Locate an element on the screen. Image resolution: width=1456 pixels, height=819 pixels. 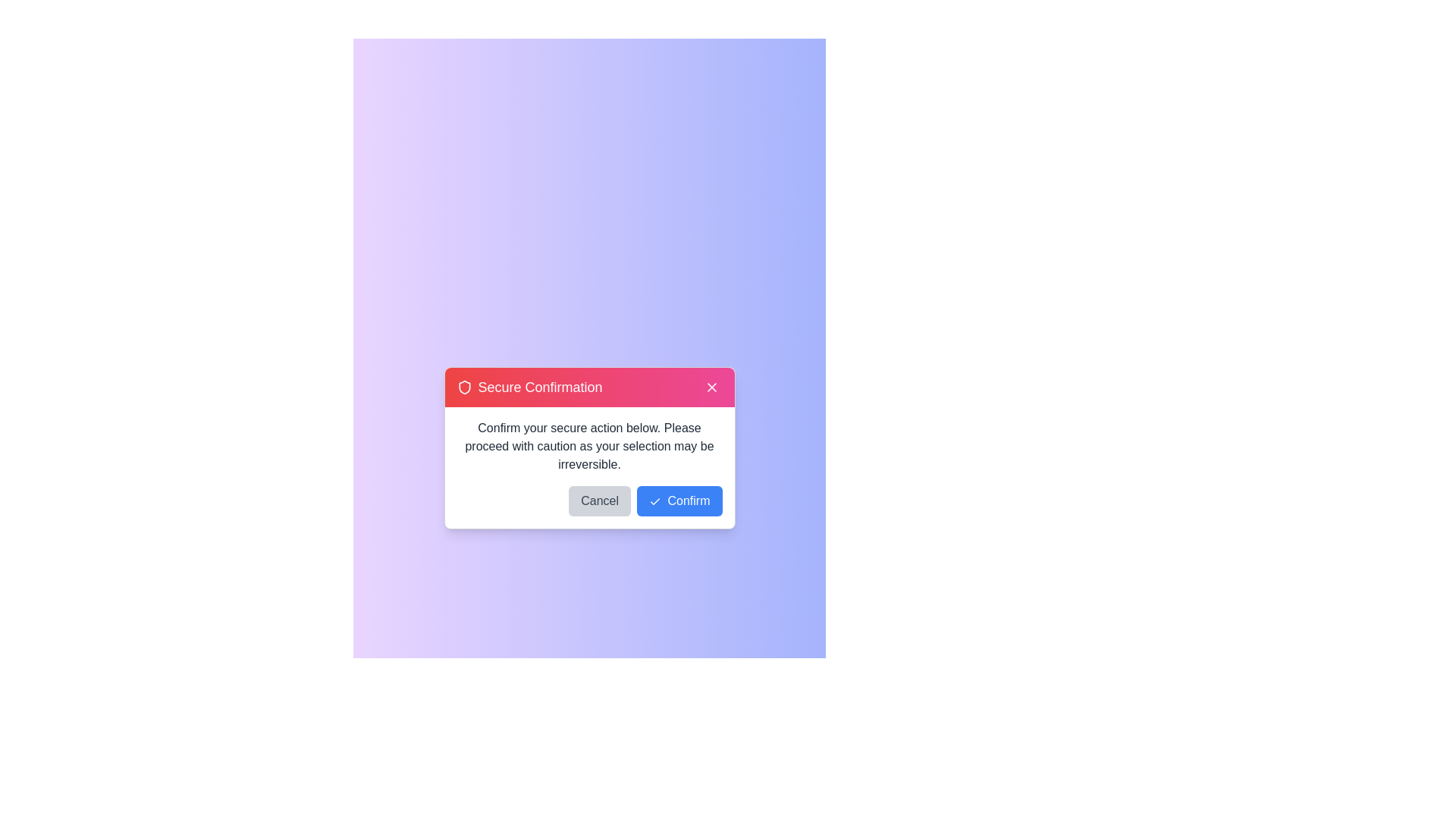
the close button located in the top-right corner of the red header of the modal dialog is located at coordinates (711, 386).